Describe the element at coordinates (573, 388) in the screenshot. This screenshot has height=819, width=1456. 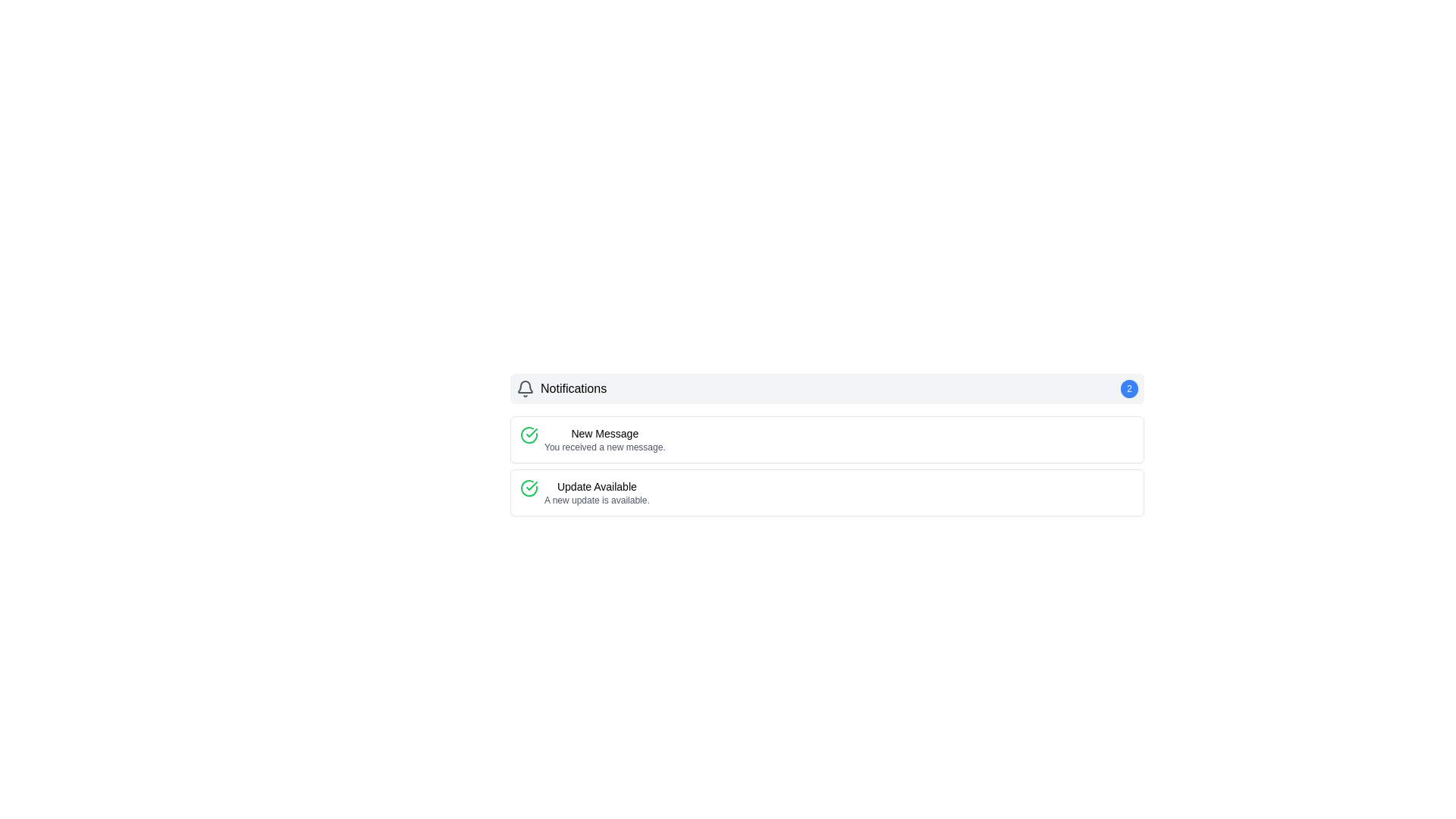
I see `the 'Notifications' text label, which is displayed in medium-weight font and located to the right of a bell icon, indicating it is part of the notification section` at that location.